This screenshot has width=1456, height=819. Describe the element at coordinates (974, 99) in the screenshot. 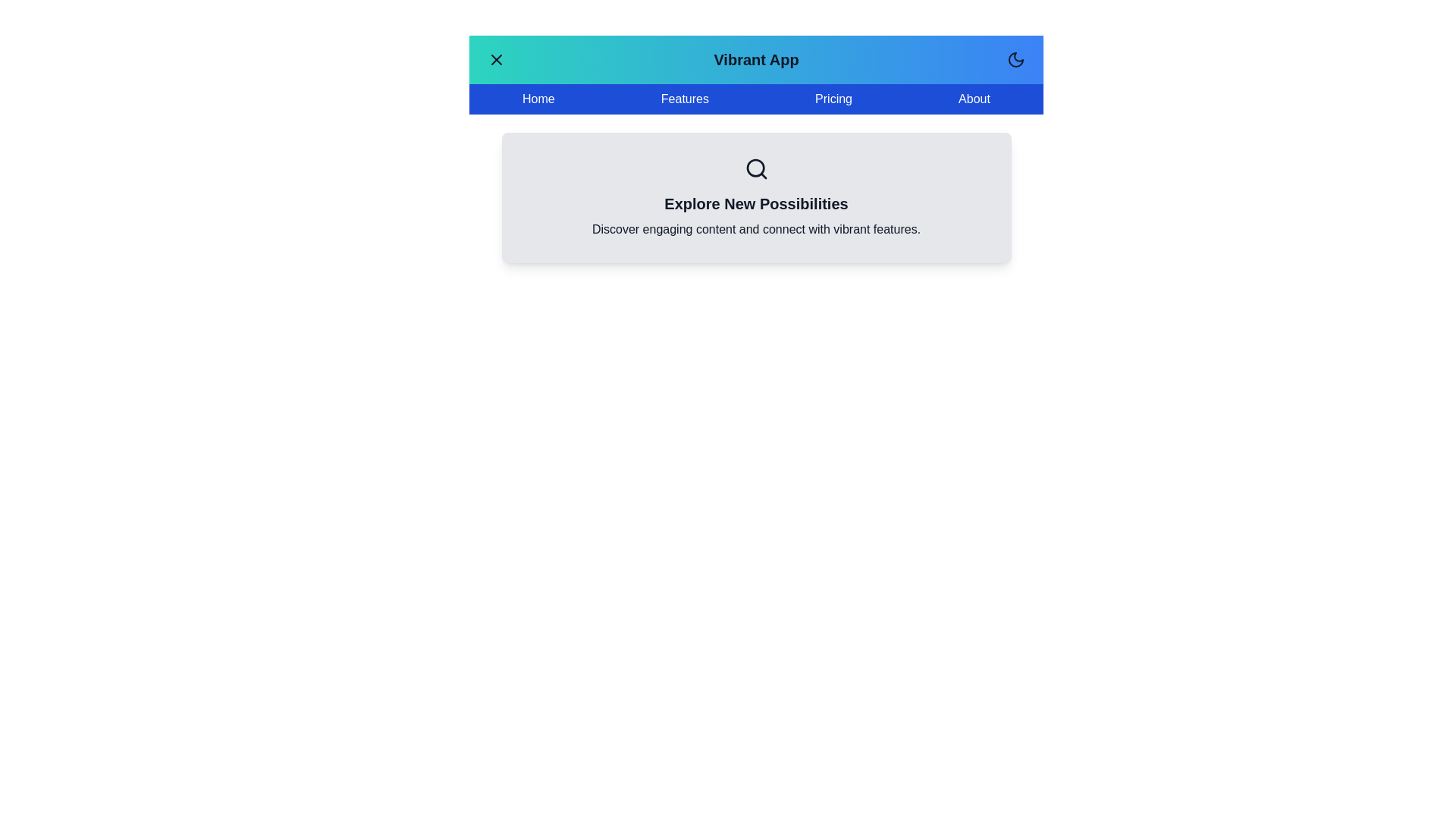

I see `the menu item About to navigate` at that location.